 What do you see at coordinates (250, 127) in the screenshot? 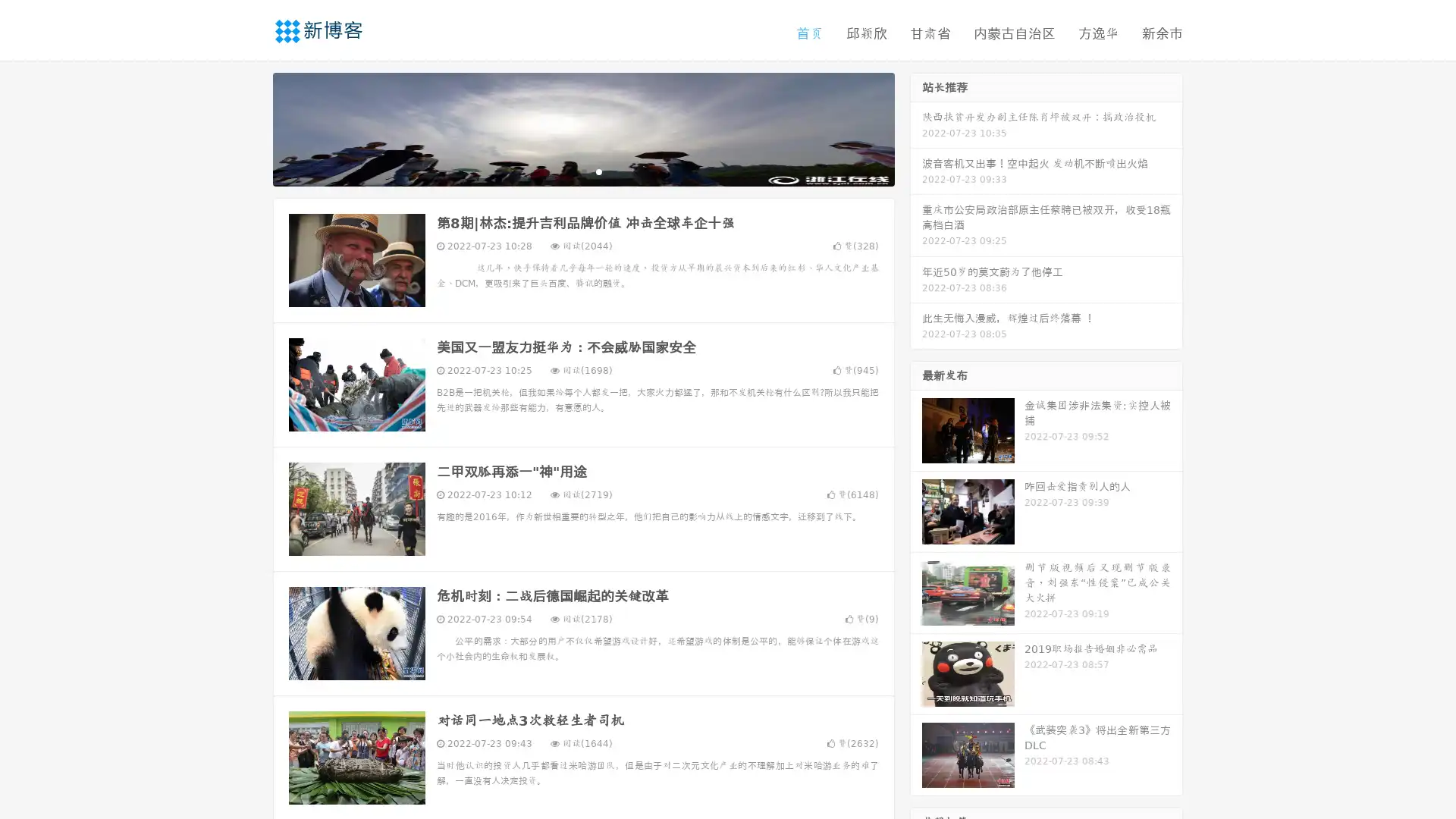
I see `Previous slide` at bounding box center [250, 127].